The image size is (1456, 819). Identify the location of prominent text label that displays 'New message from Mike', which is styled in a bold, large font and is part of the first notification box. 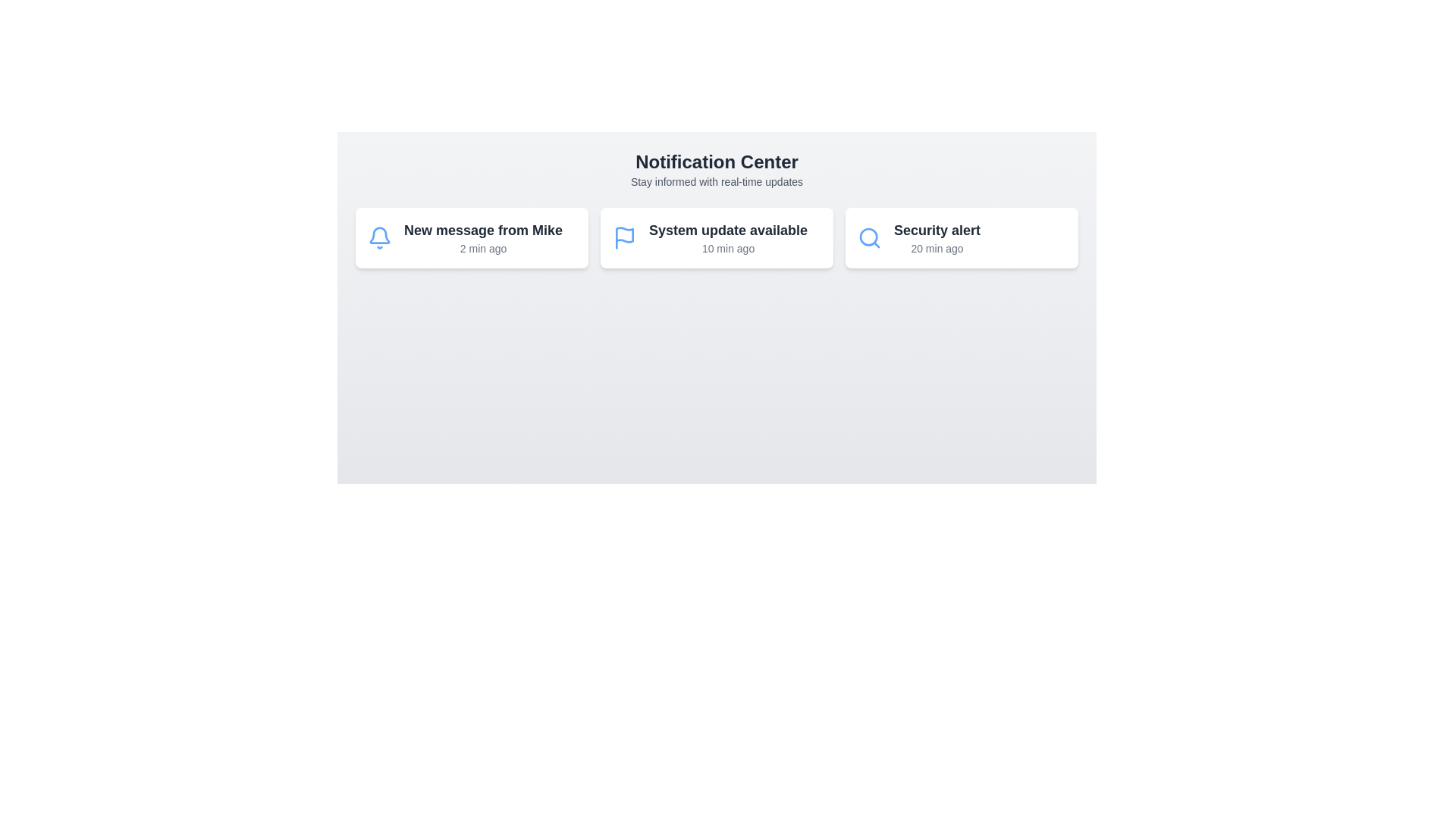
(482, 231).